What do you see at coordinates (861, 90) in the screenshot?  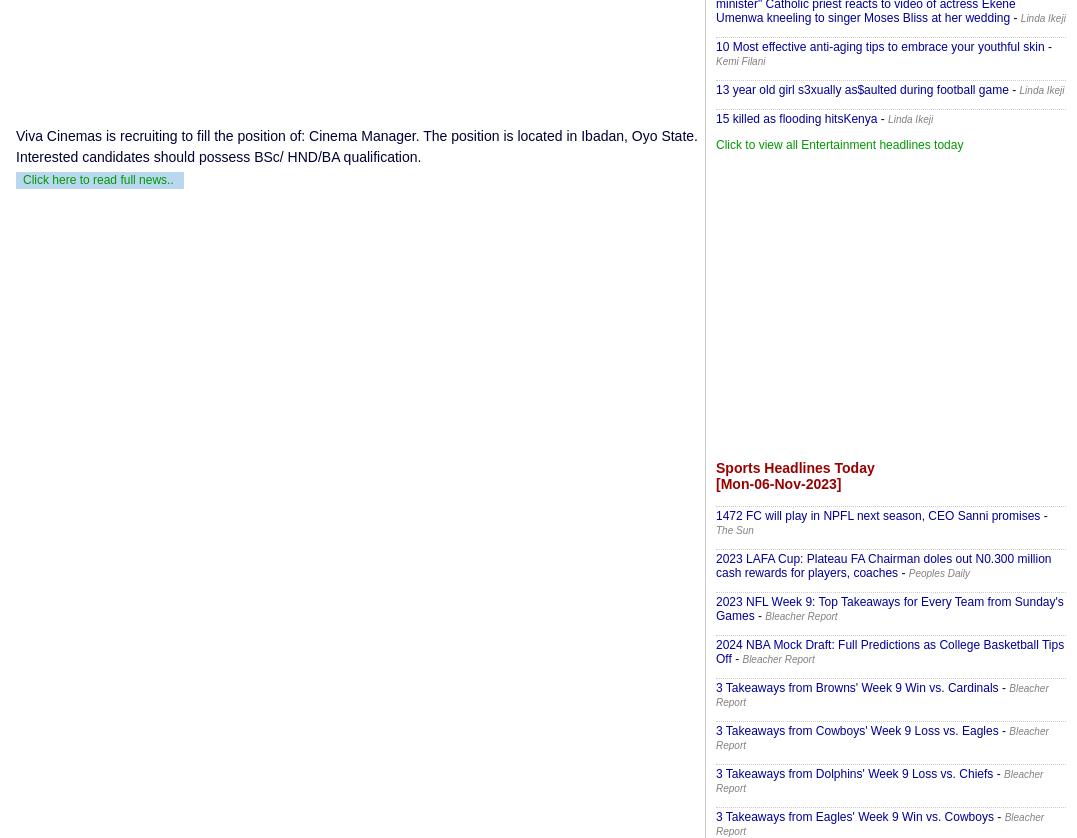 I see `'13 year old girl s3xually as$aulted during football game'` at bounding box center [861, 90].